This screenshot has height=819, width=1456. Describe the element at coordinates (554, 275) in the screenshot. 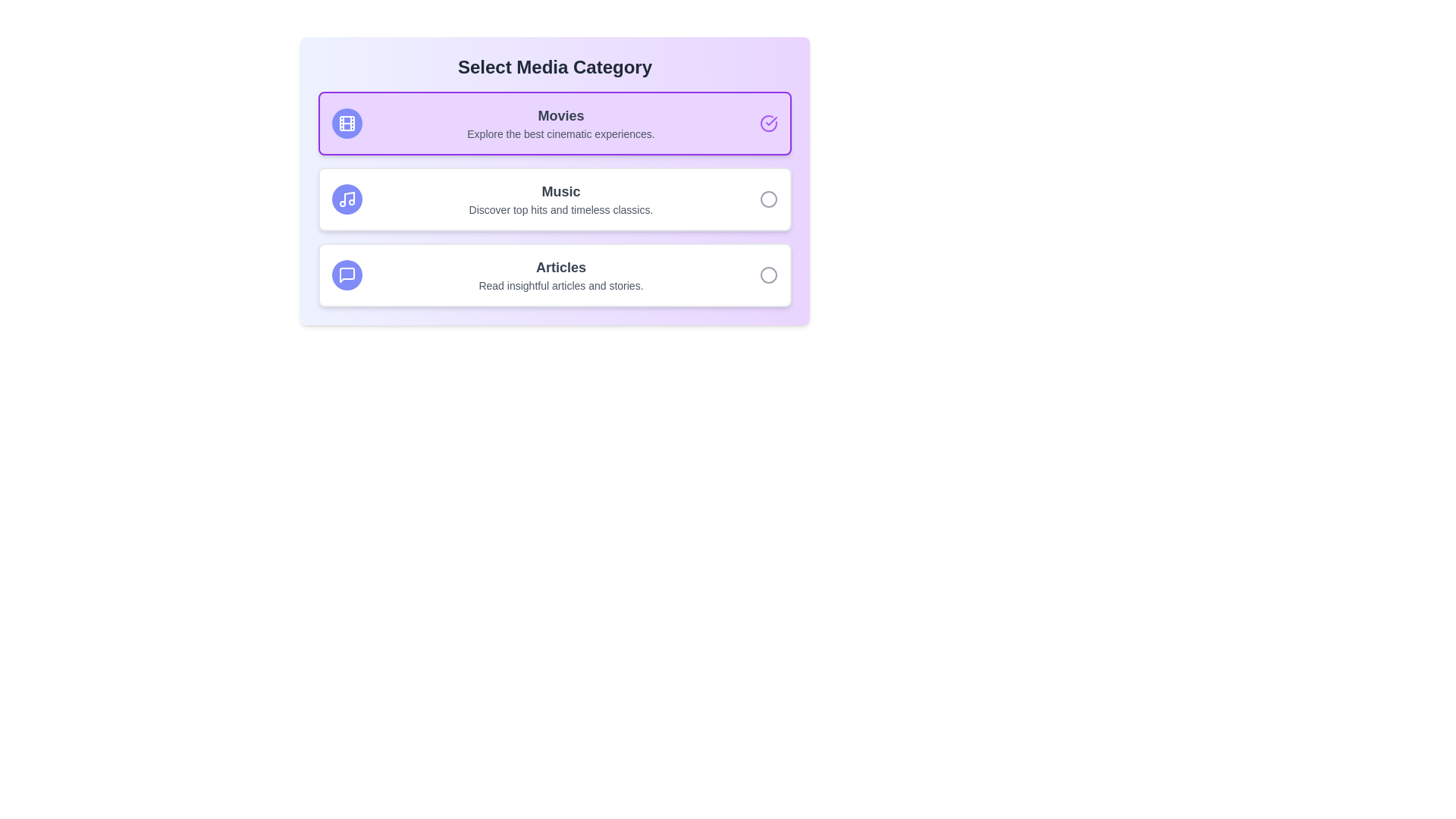

I see `the 'Articles' button, which is the third button in a vertical list of three buttons labeled 'Movies', 'Music', and 'Articles'` at that location.